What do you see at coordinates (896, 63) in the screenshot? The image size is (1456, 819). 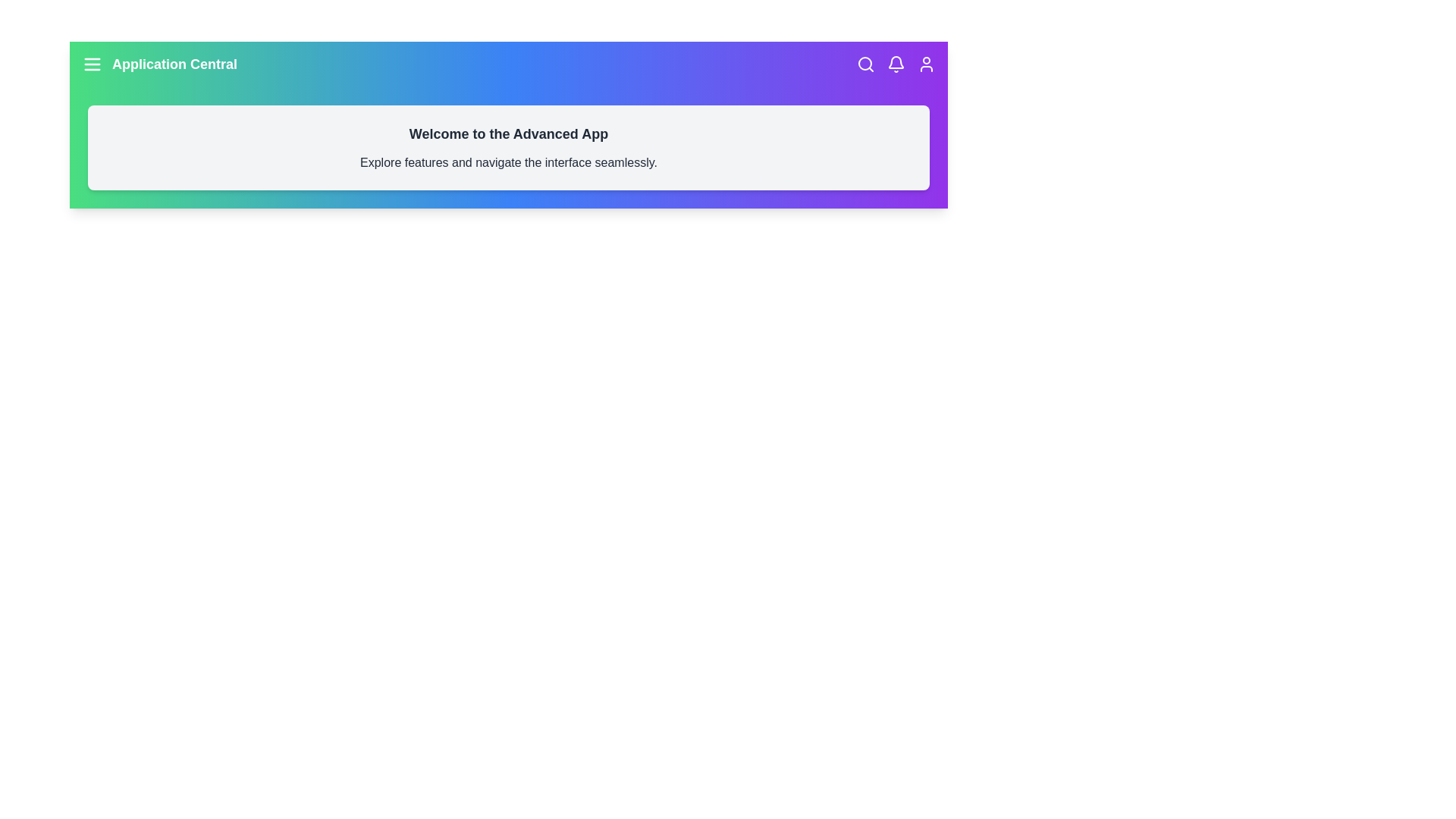 I see `the notification icon to interact with it` at bounding box center [896, 63].